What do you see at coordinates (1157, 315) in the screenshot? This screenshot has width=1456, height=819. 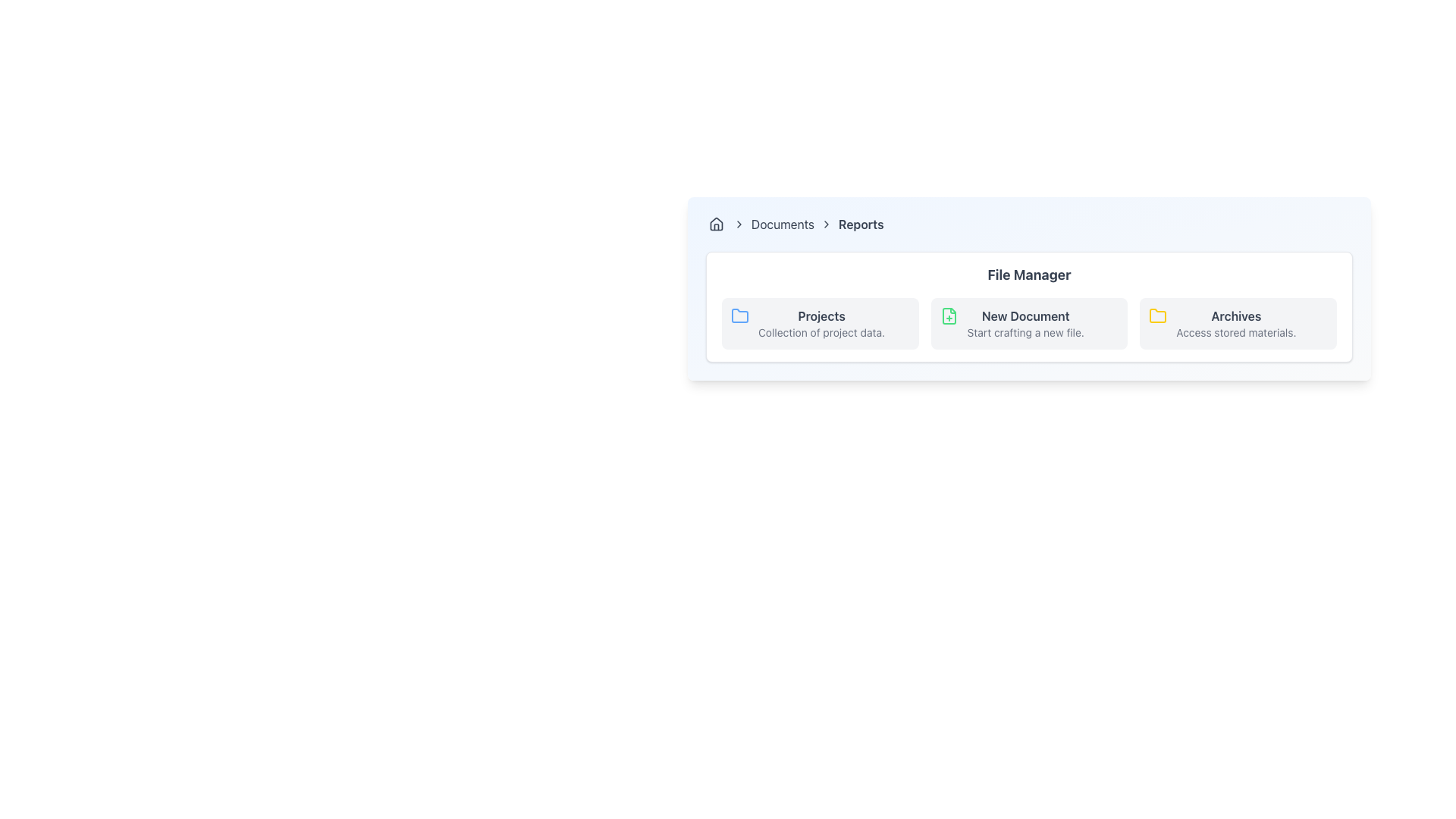 I see `the yellow folder icon representing the 'Archives' section, located adjacent to the text 'Archives' and 'Access stored materials' in the last card of the File Manager layout` at bounding box center [1157, 315].